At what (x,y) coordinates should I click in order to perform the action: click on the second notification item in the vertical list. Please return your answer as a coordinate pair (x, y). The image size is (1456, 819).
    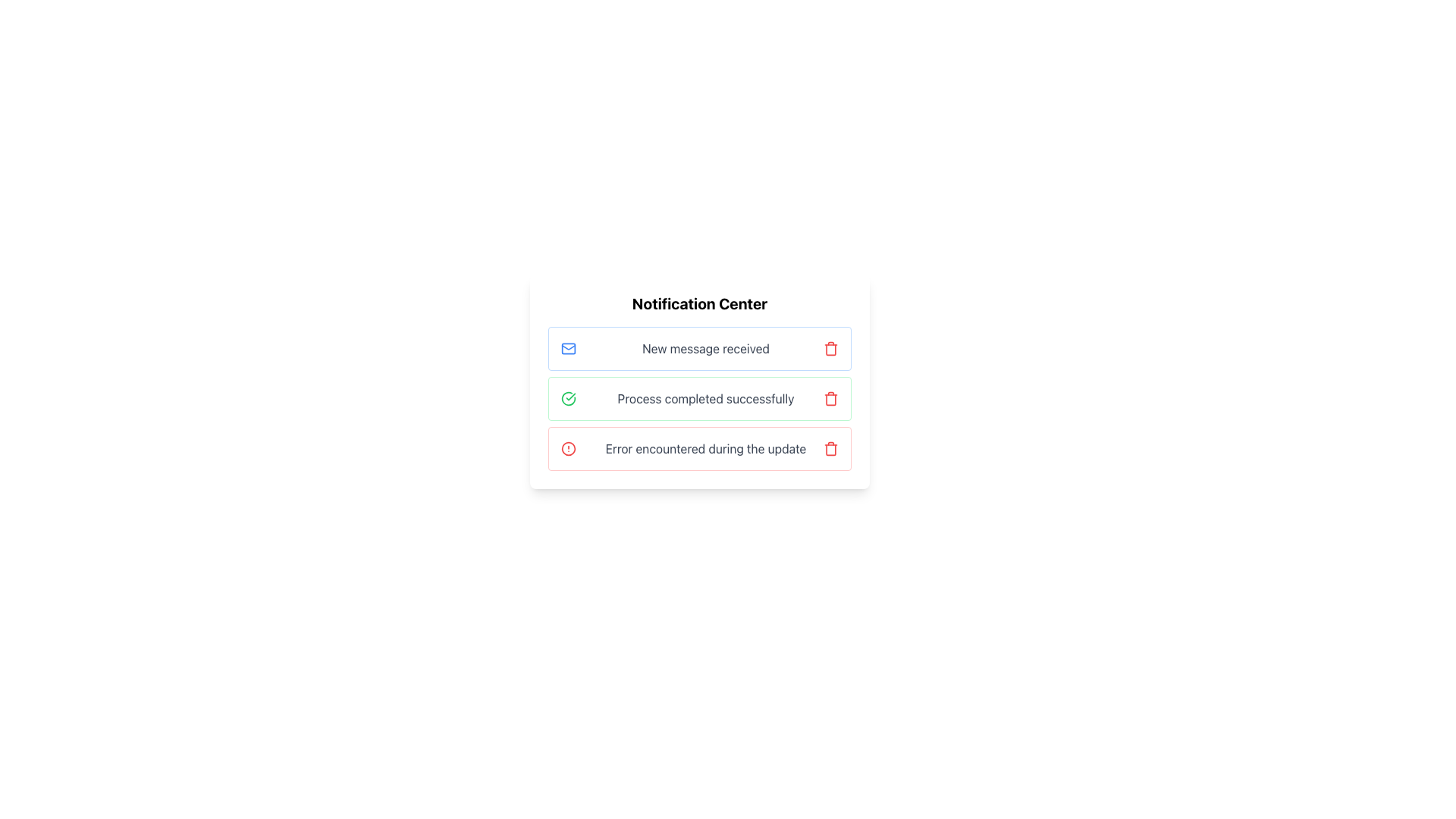
    Looking at the image, I should click on (698, 397).